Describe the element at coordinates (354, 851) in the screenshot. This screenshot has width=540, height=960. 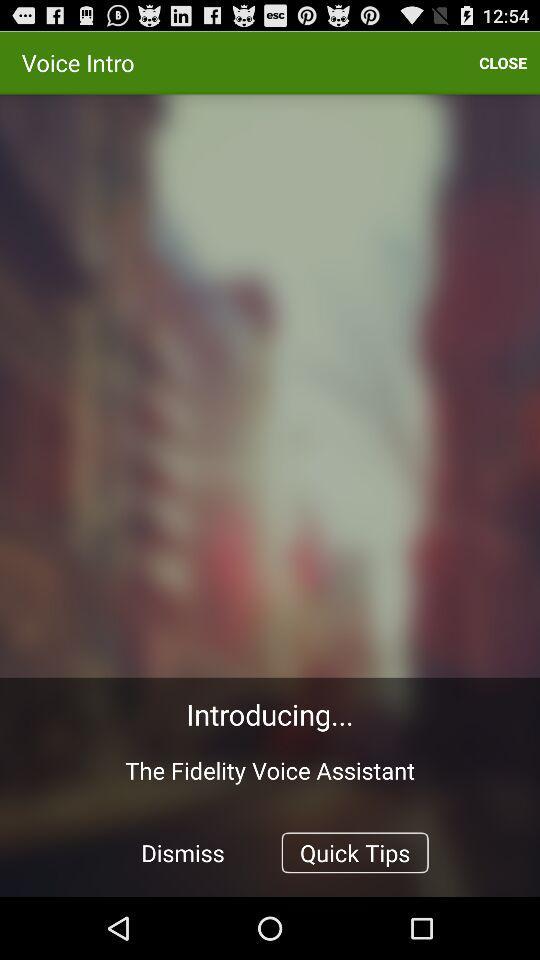
I see `quick tips button` at that location.